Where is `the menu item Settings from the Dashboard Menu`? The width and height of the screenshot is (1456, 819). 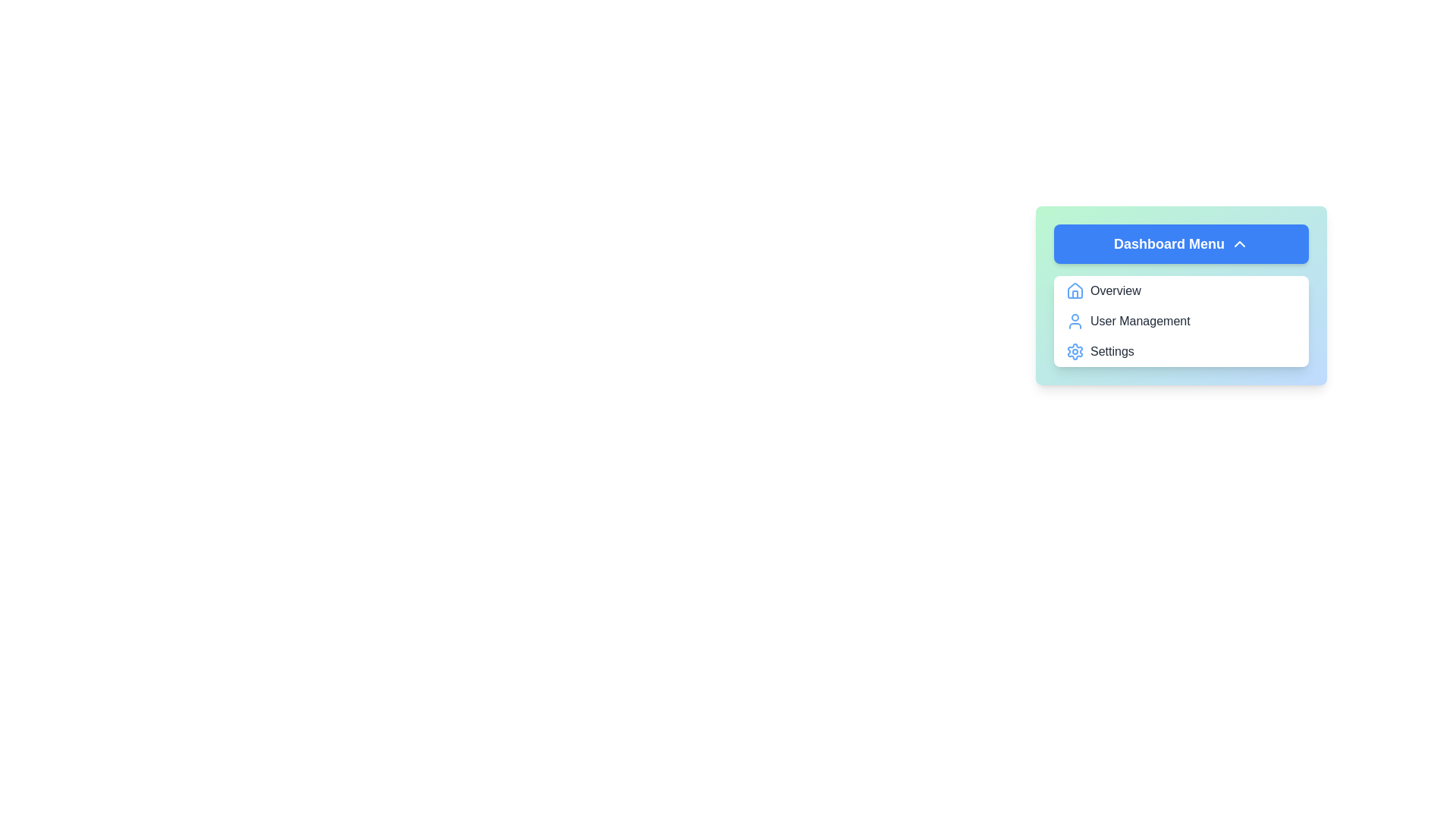
the menu item Settings from the Dashboard Menu is located at coordinates (1099, 351).